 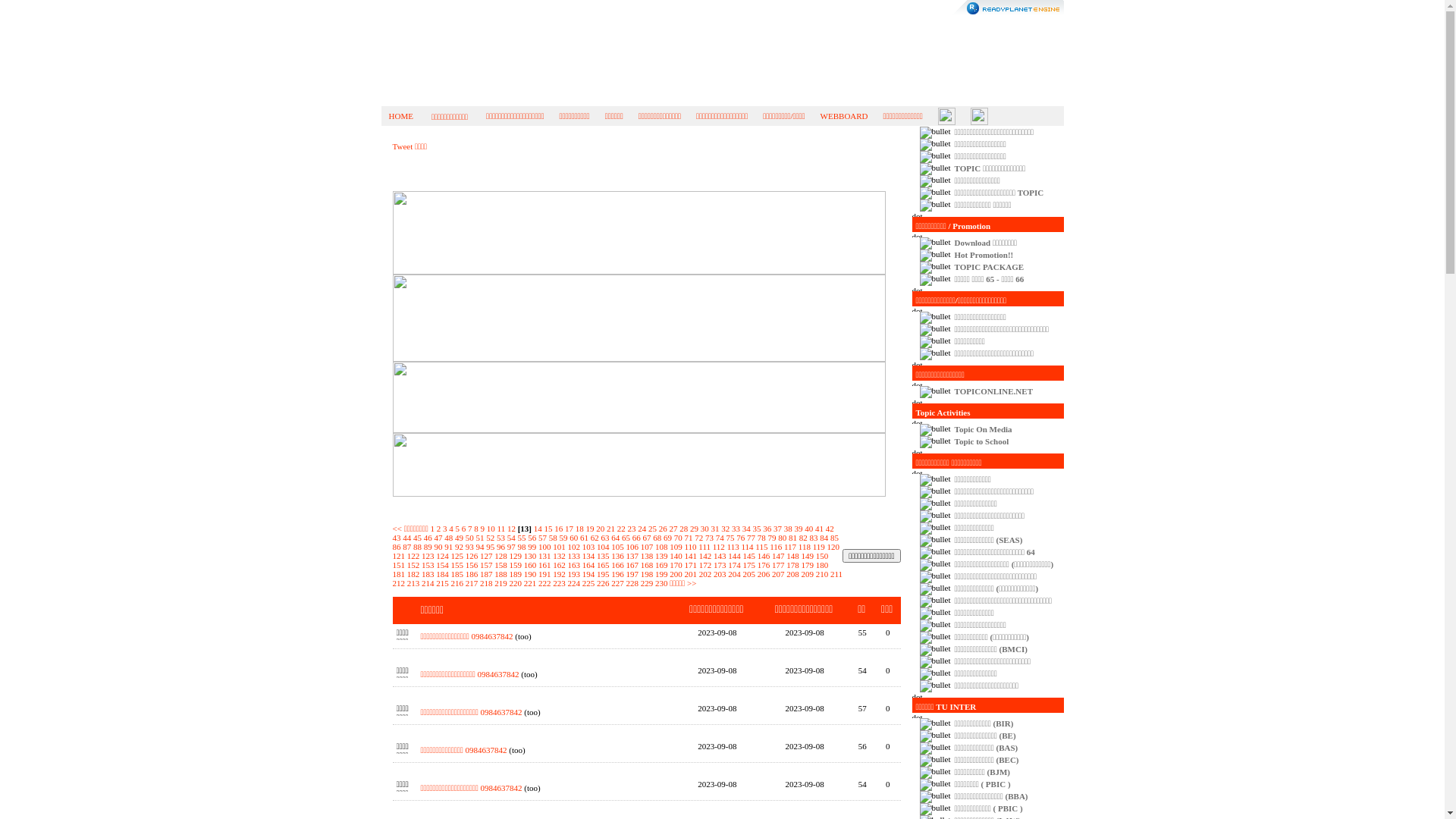 What do you see at coordinates (558, 564) in the screenshot?
I see `'162'` at bounding box center [558, 564].